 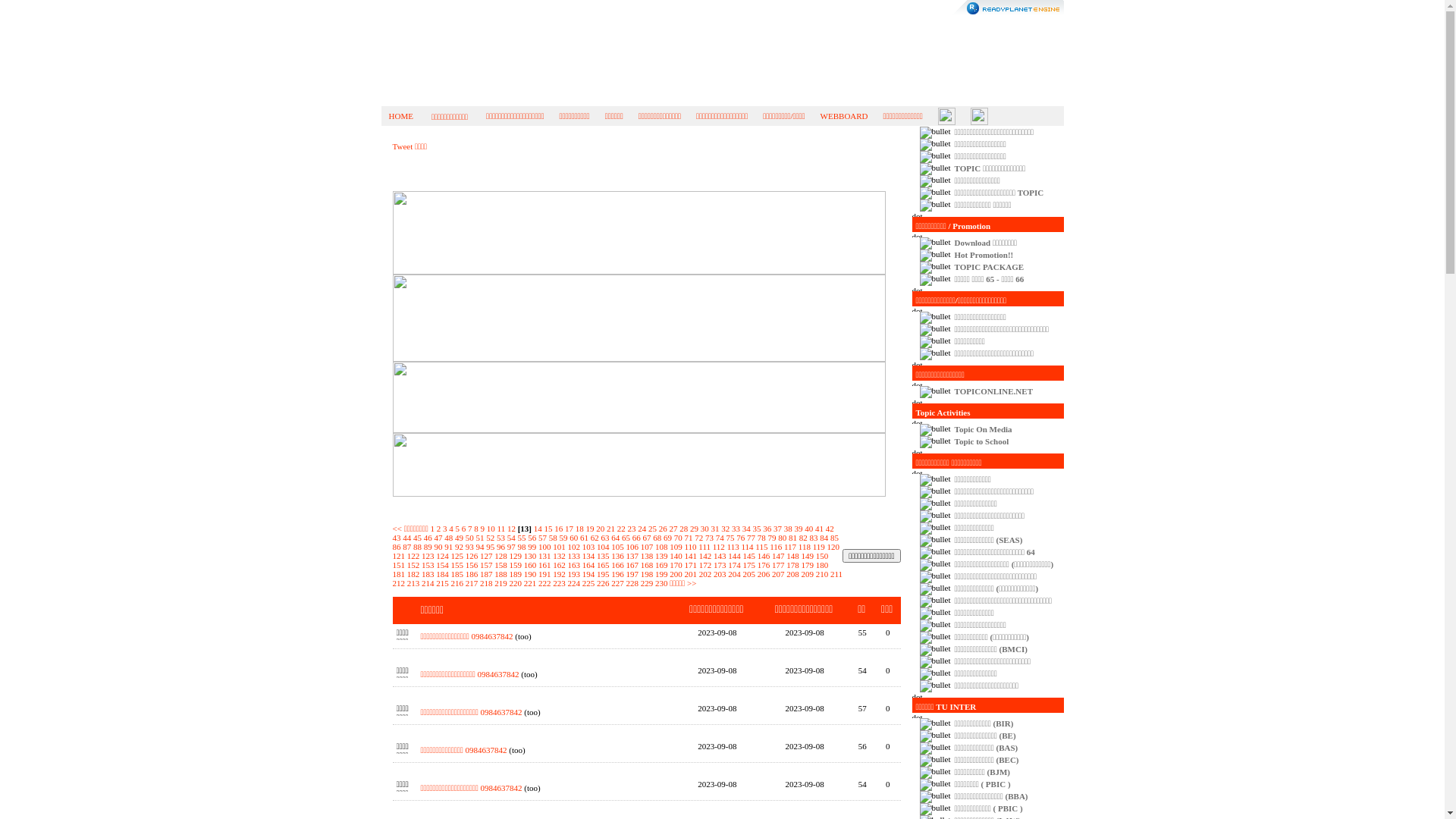 What do you see at coordinates (558, 564) in the screenshot?
I see `'162'` at bounding box center [558, 564].